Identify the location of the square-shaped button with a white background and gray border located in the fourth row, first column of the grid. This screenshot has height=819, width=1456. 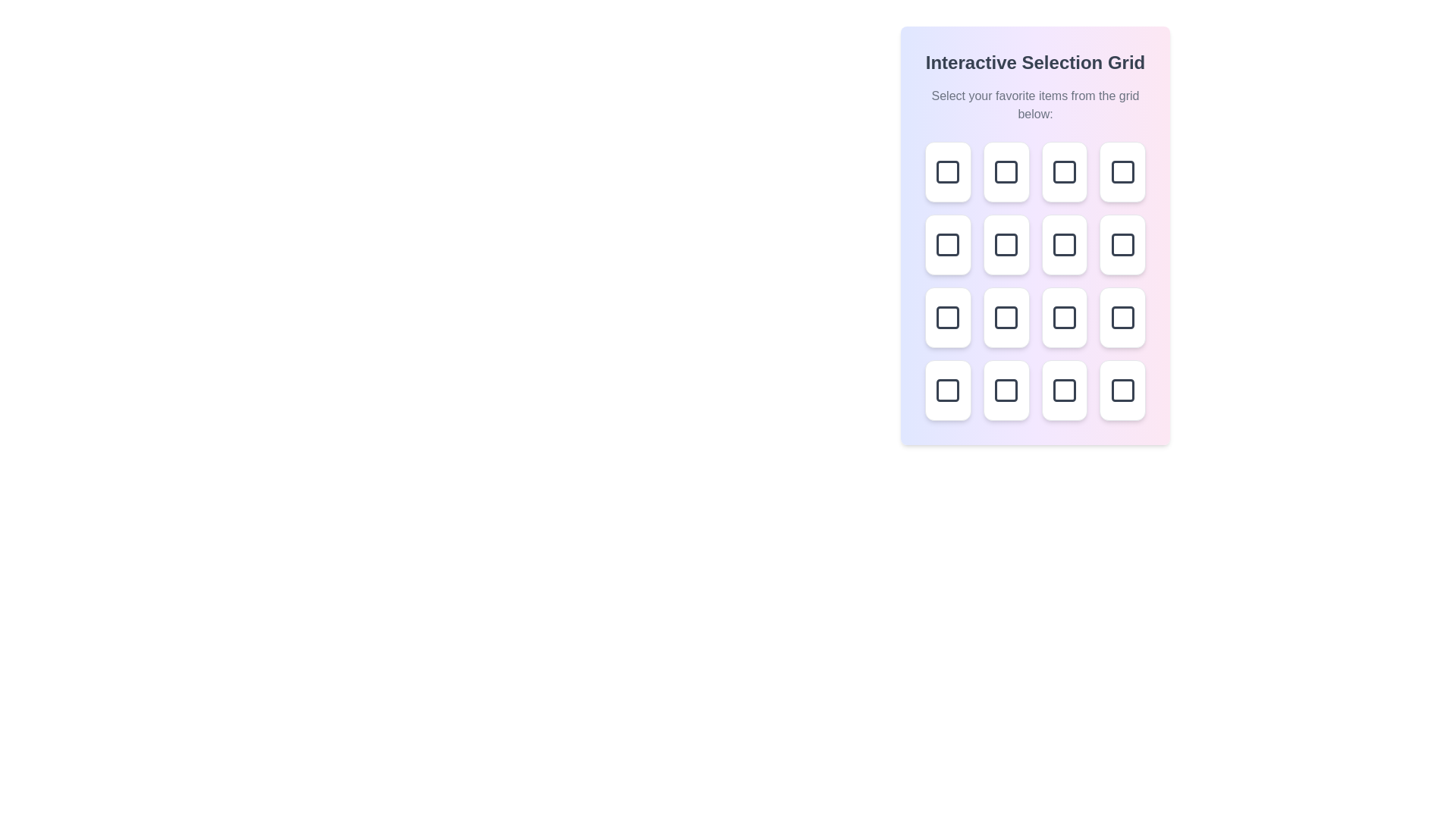
(947, 317).